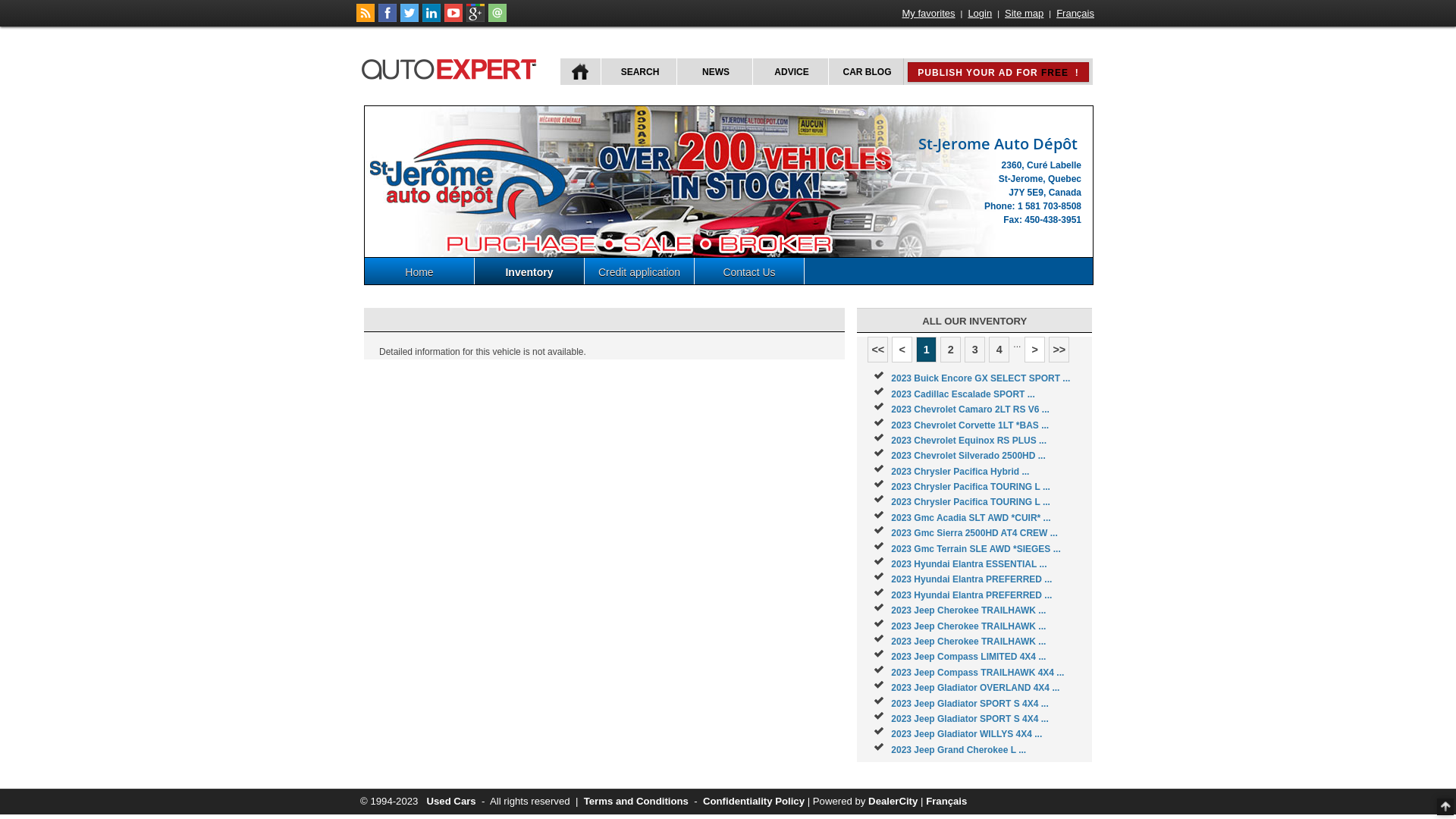 The image size is (1456, 819). I want to click on '<<', so click(867, 350).